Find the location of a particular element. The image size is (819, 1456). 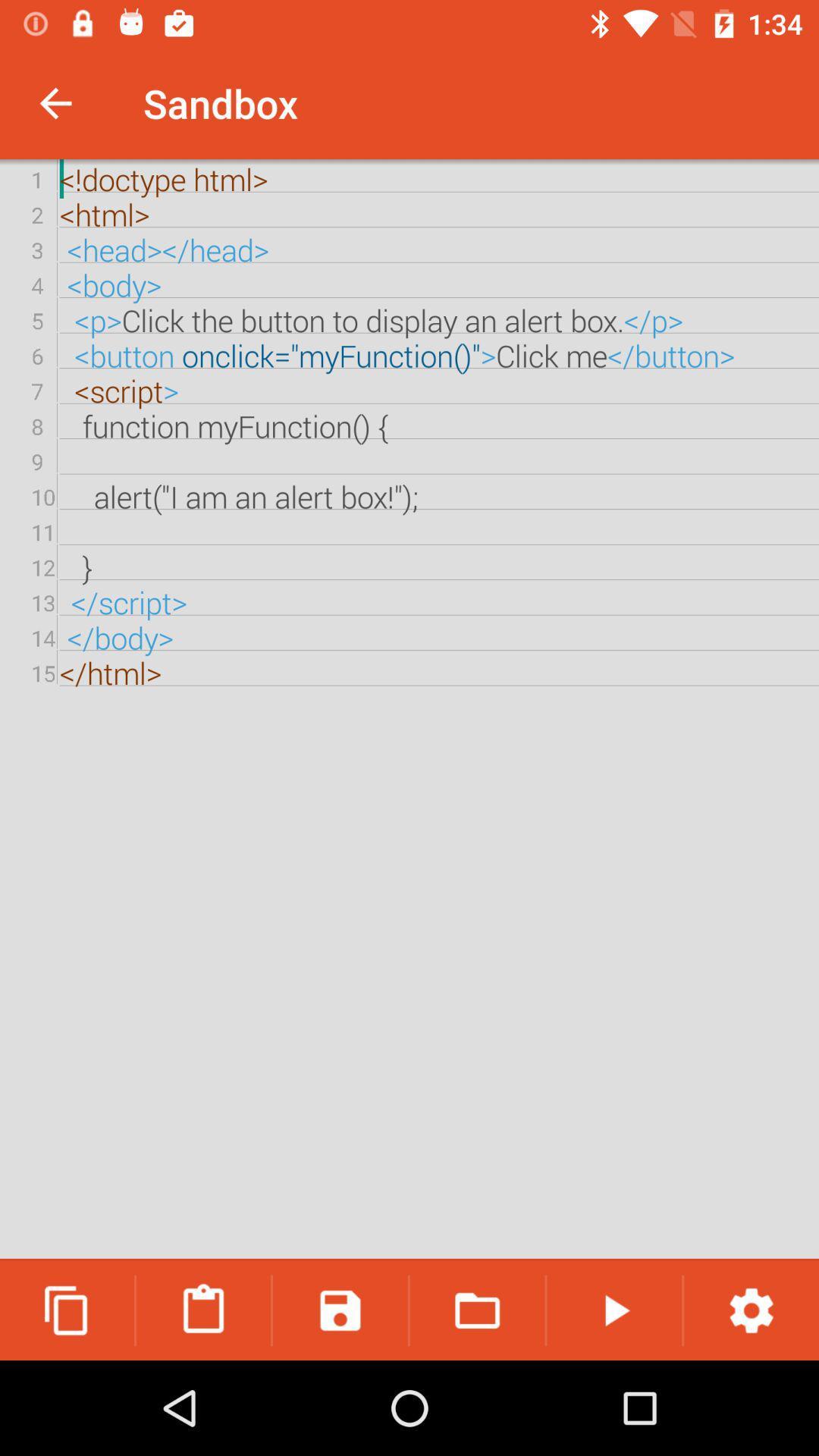

the doctype html html is located at coordinates (409, 709).